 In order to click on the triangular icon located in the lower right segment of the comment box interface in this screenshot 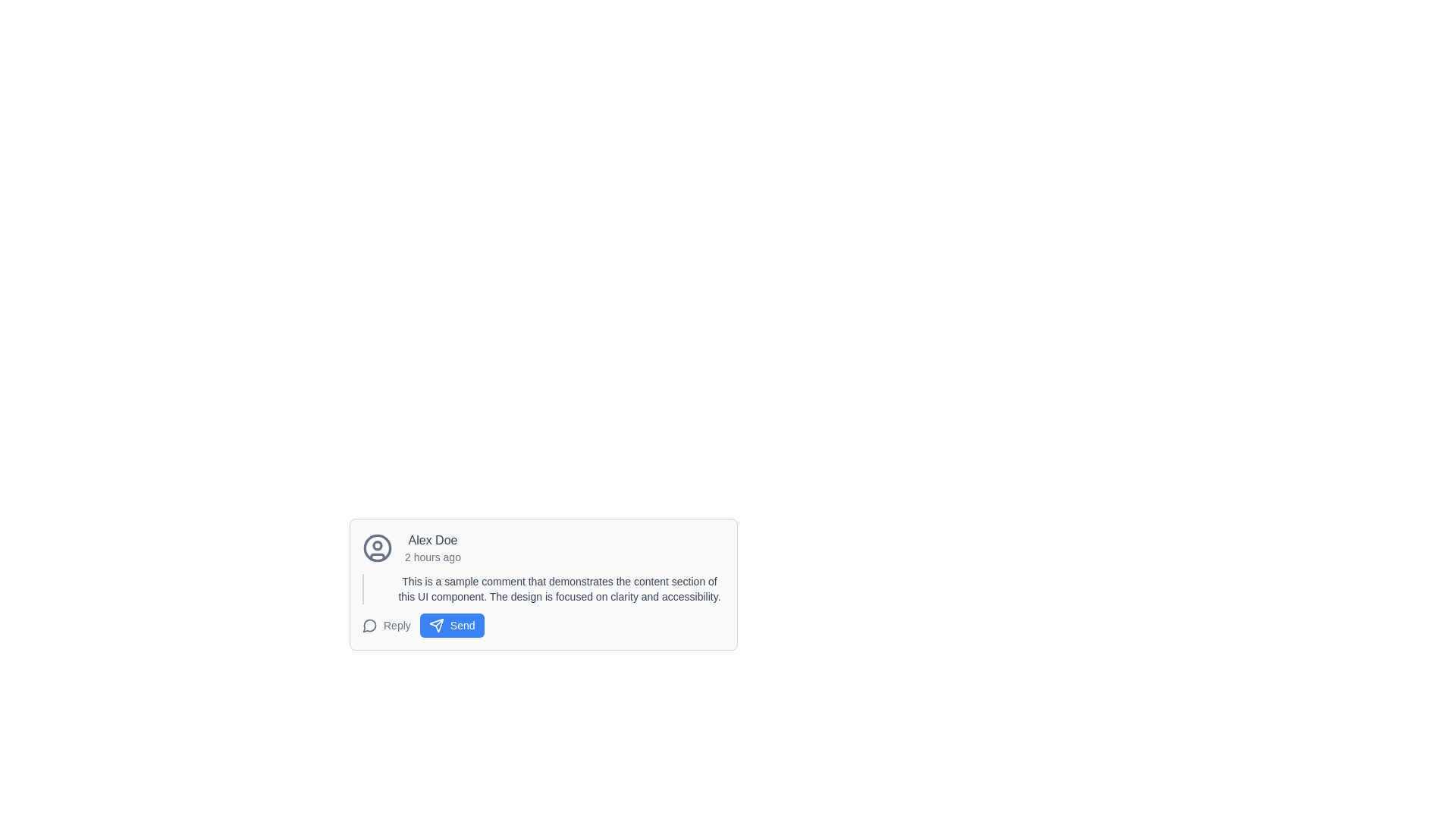, I will do `click(435, 626)`.